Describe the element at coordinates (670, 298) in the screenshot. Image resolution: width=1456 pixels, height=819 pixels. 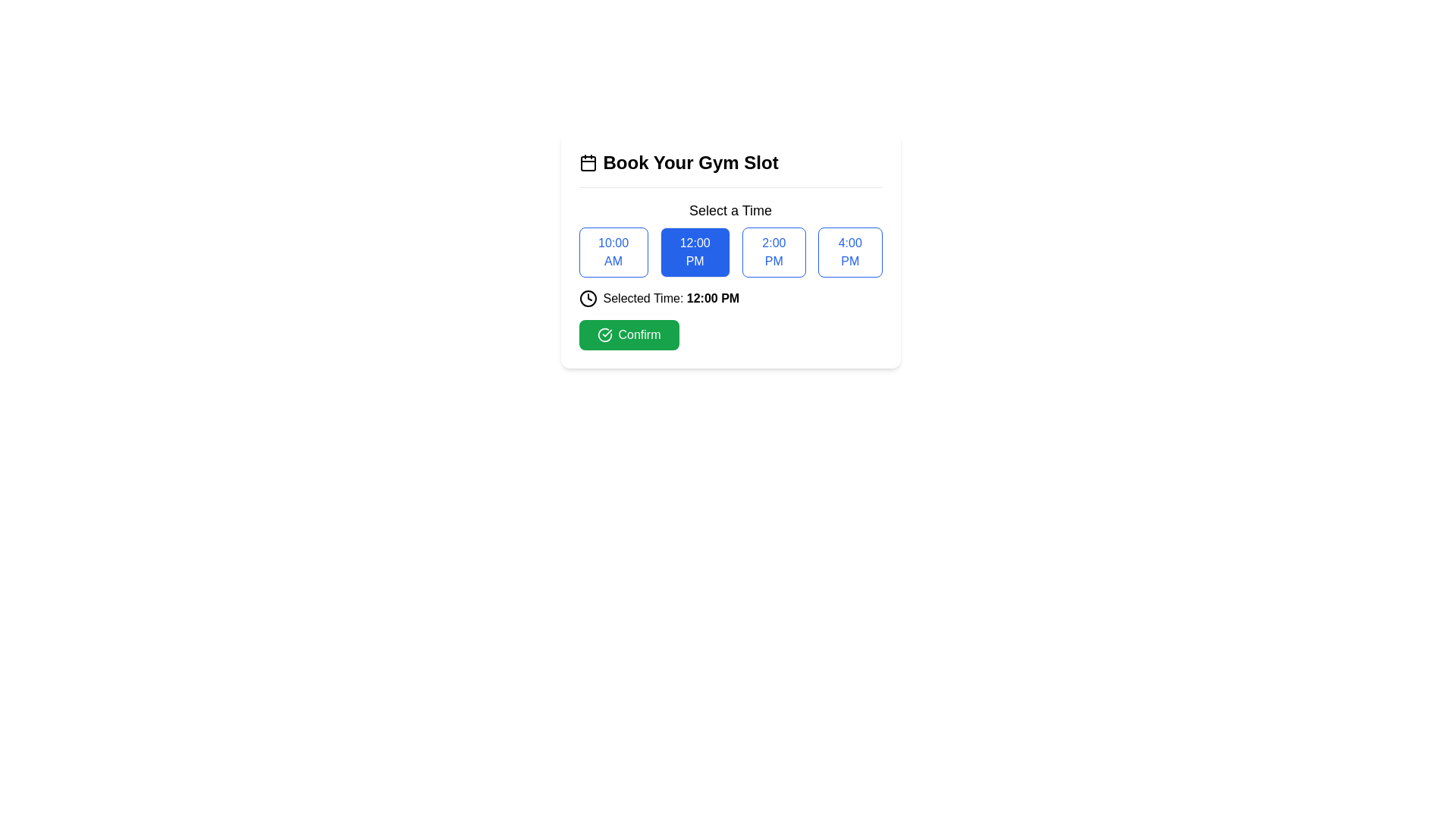
I see `text label that displays the currently selected time, positioned centrally below the time selection buttons and to the right of the clock icon` at that location.